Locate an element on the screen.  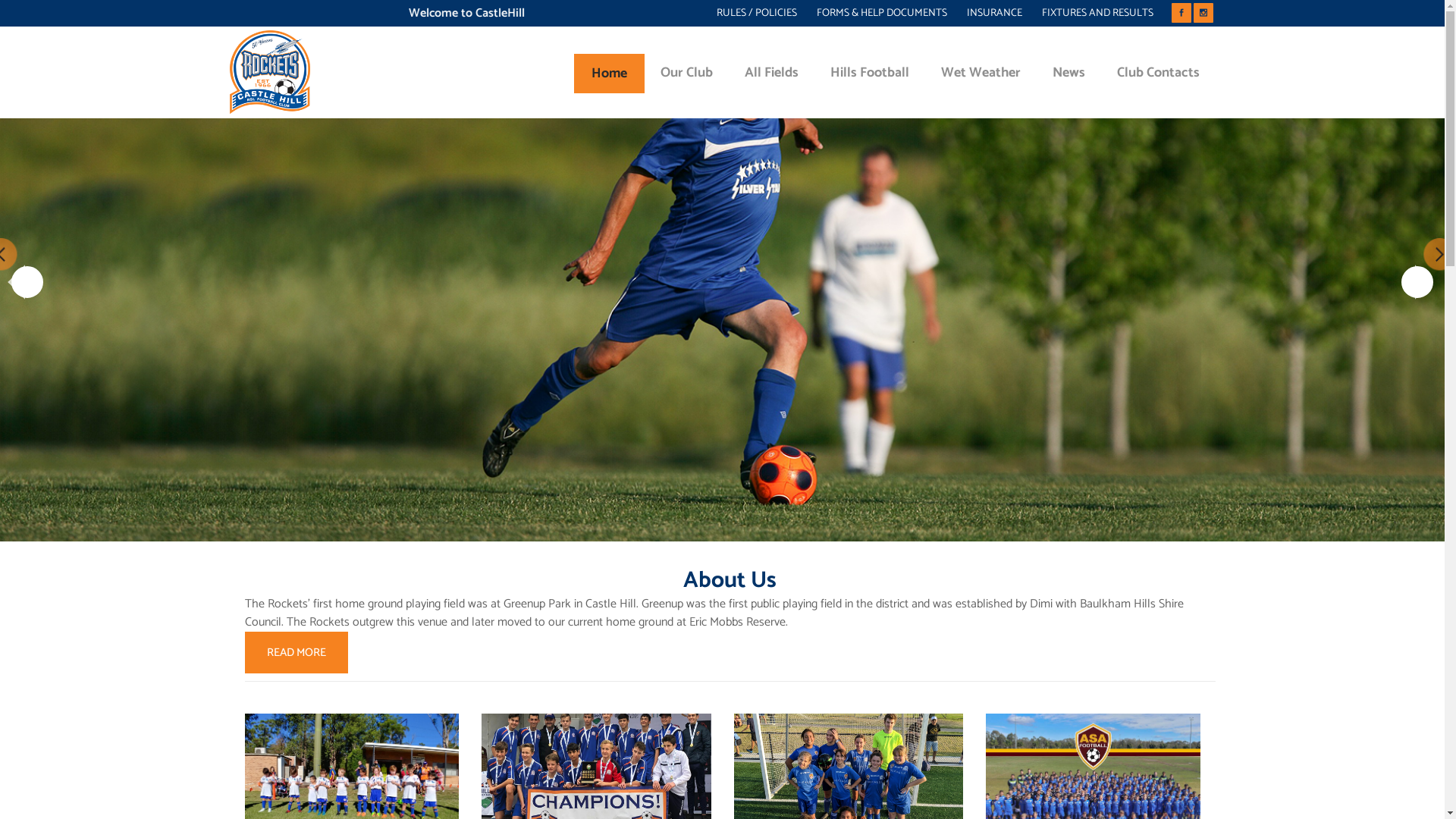
'News' is located at coordinates (1035, 73).